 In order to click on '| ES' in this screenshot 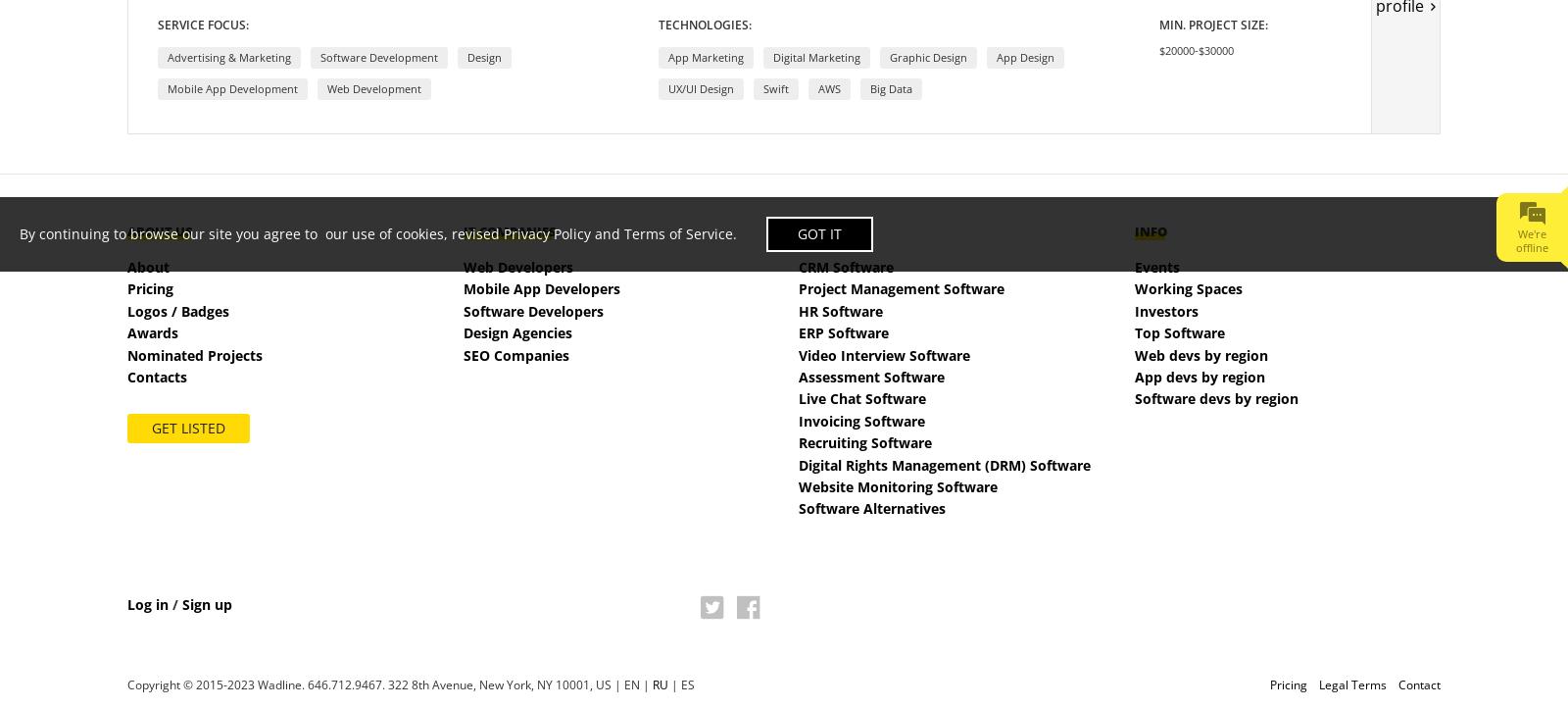, I will do `click(681, 683)`.